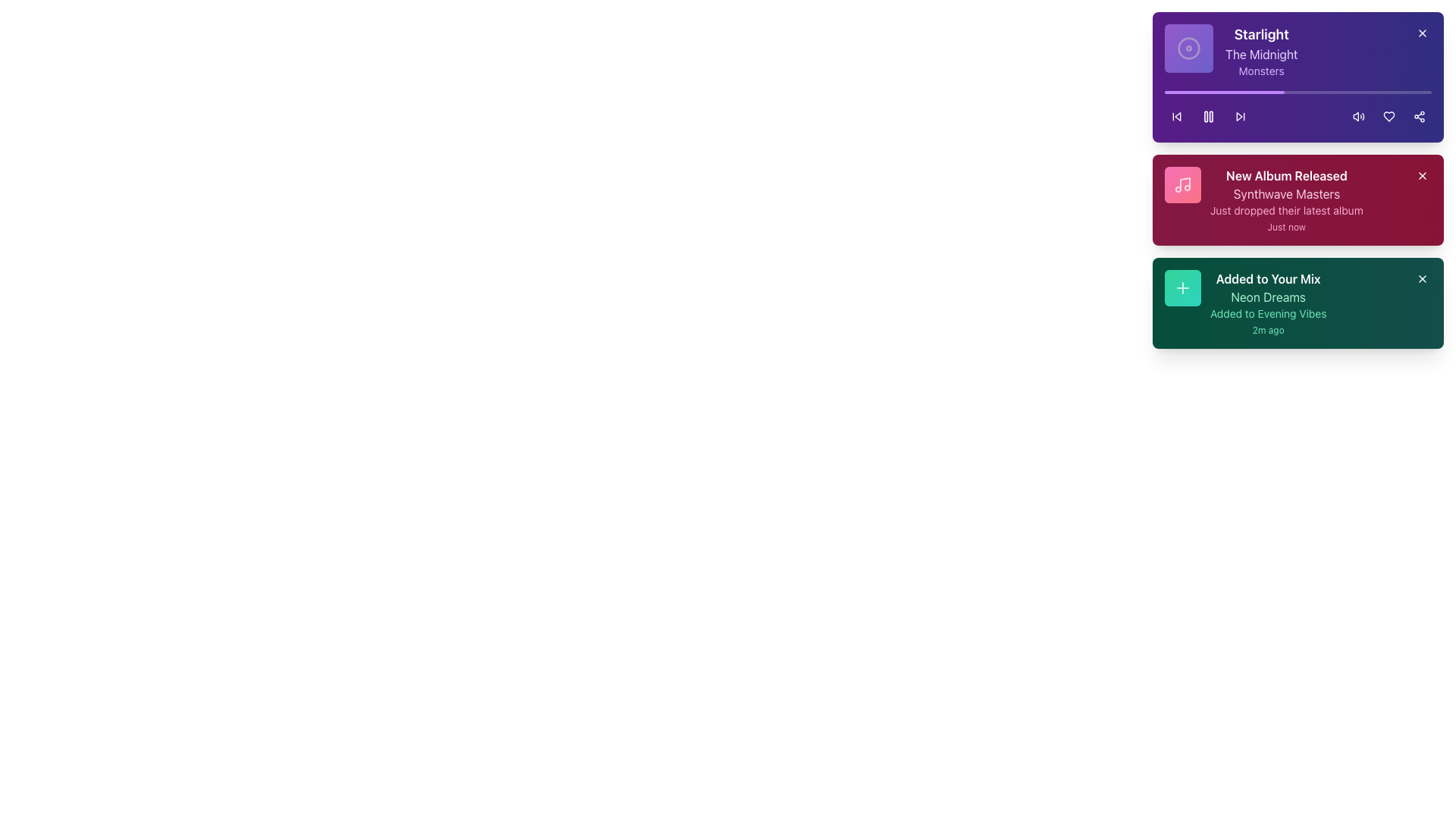  Describe the element at coordinates (1285, 193) in the screenshot. I see `the Text Label that indicates the name of the album or release associated with the notification, positioned below the 'New Album Released' heading` at that location.